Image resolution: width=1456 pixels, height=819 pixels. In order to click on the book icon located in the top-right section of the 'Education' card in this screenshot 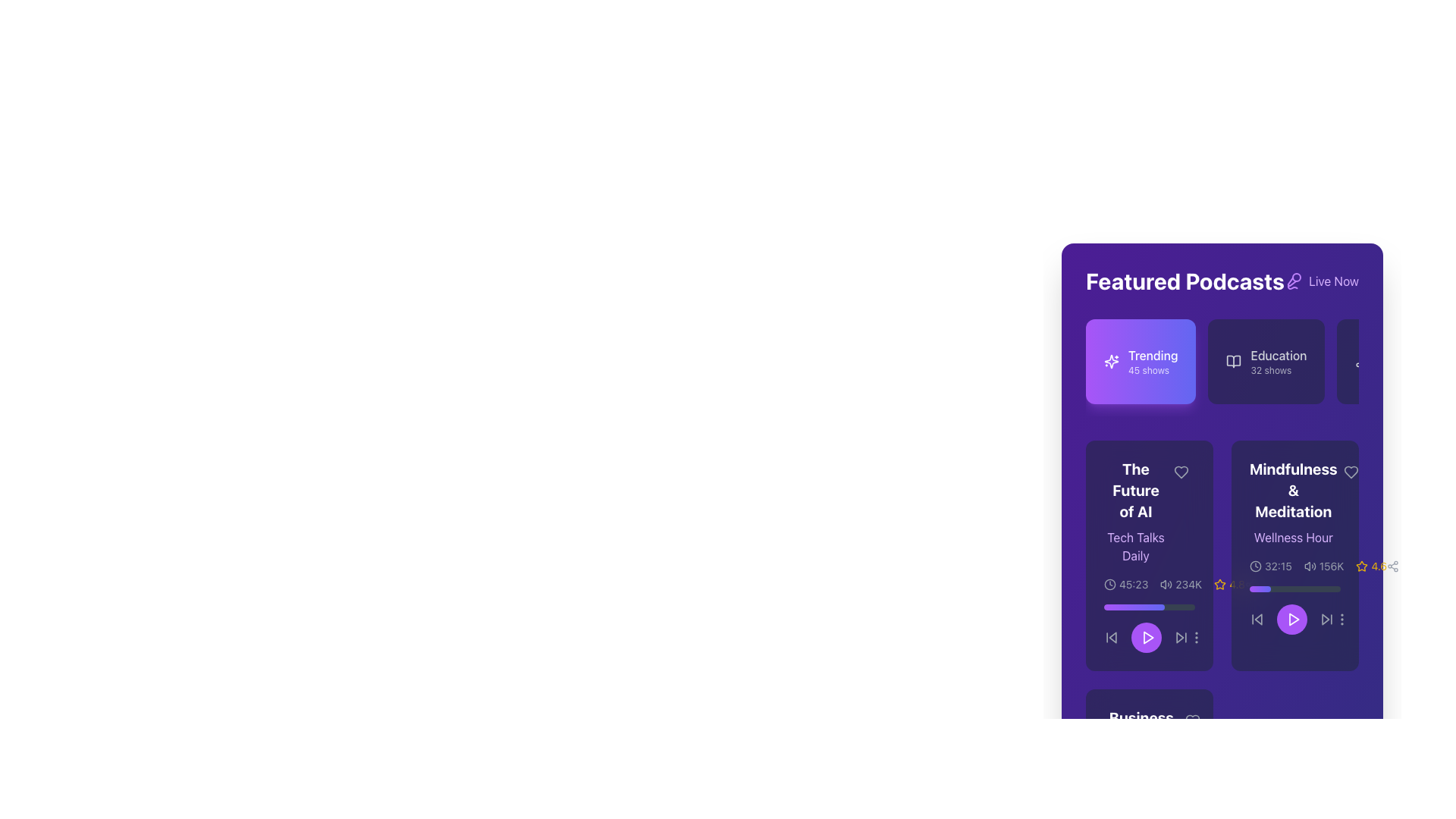, I will do `click(1234, 362)`.